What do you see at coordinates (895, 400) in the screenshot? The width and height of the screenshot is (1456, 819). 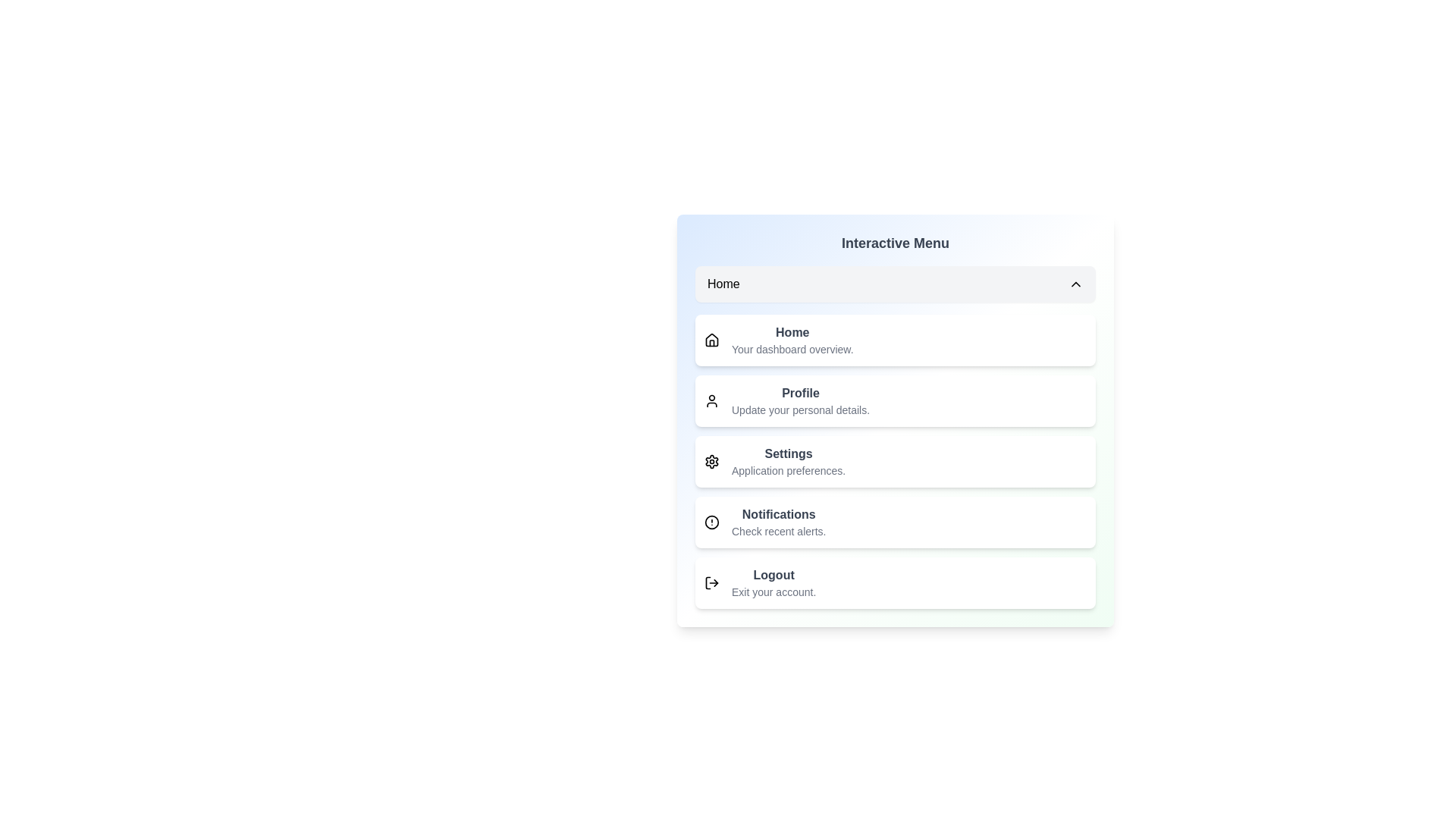 I see `the menu option Profile` at bounding box center [895, 400].